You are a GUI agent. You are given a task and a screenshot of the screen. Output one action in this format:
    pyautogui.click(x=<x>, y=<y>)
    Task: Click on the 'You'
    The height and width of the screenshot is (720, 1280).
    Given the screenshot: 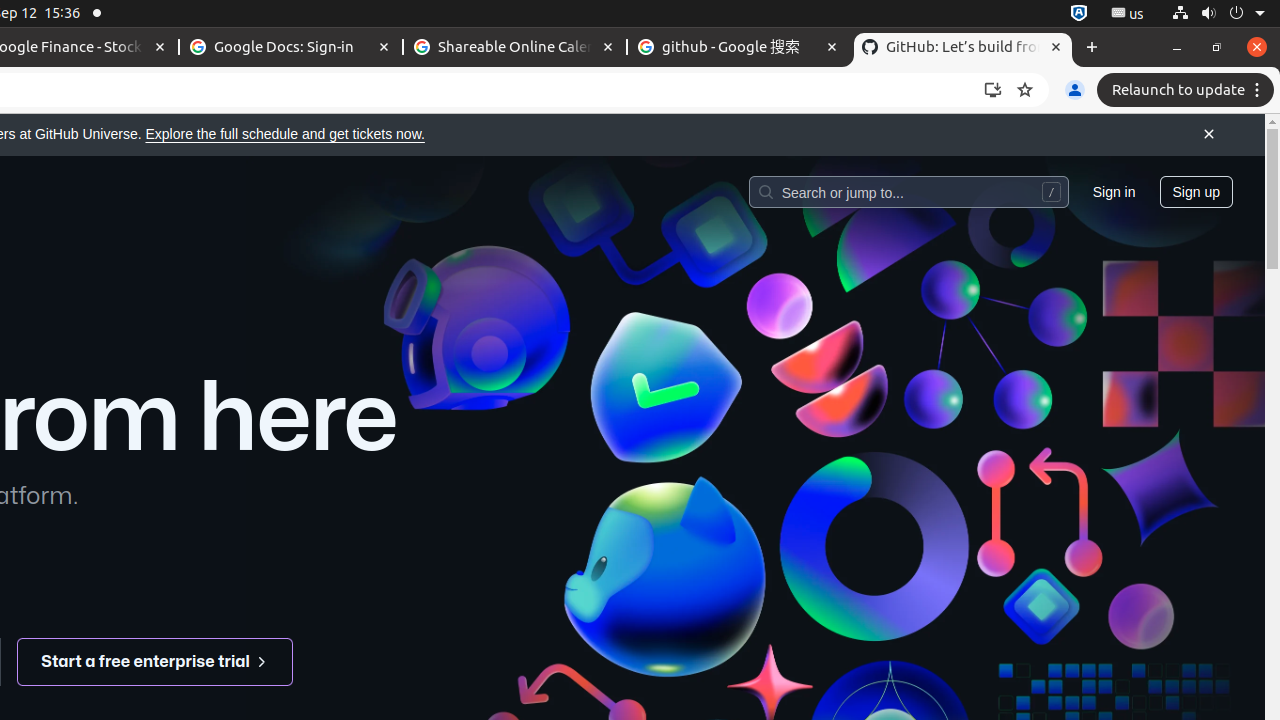 What is the action you would take?
    pyautogui.click(x=1073, y=90)
    